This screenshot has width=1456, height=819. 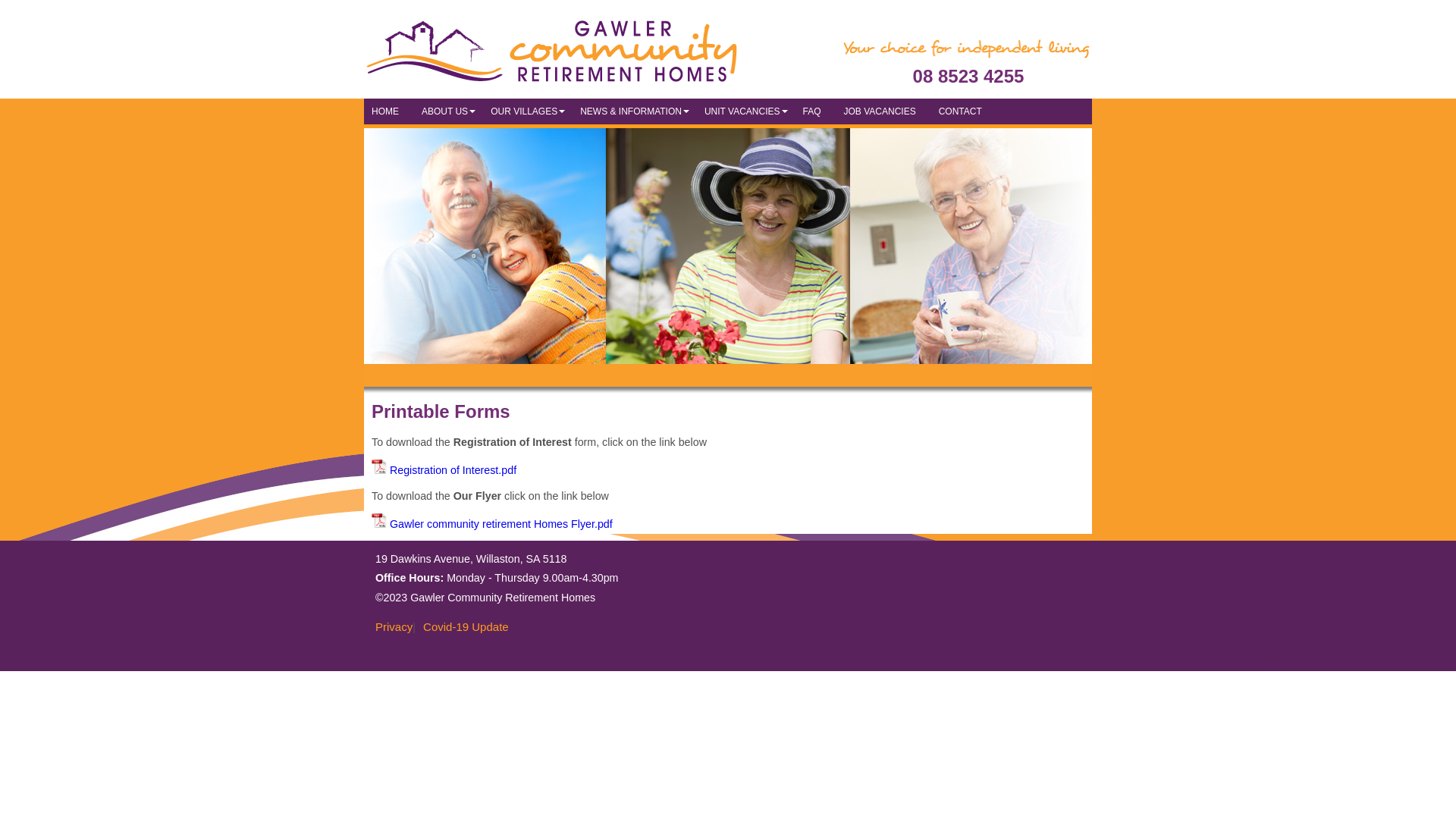 I want to click on 'HOME', so click(x=389, y=110).